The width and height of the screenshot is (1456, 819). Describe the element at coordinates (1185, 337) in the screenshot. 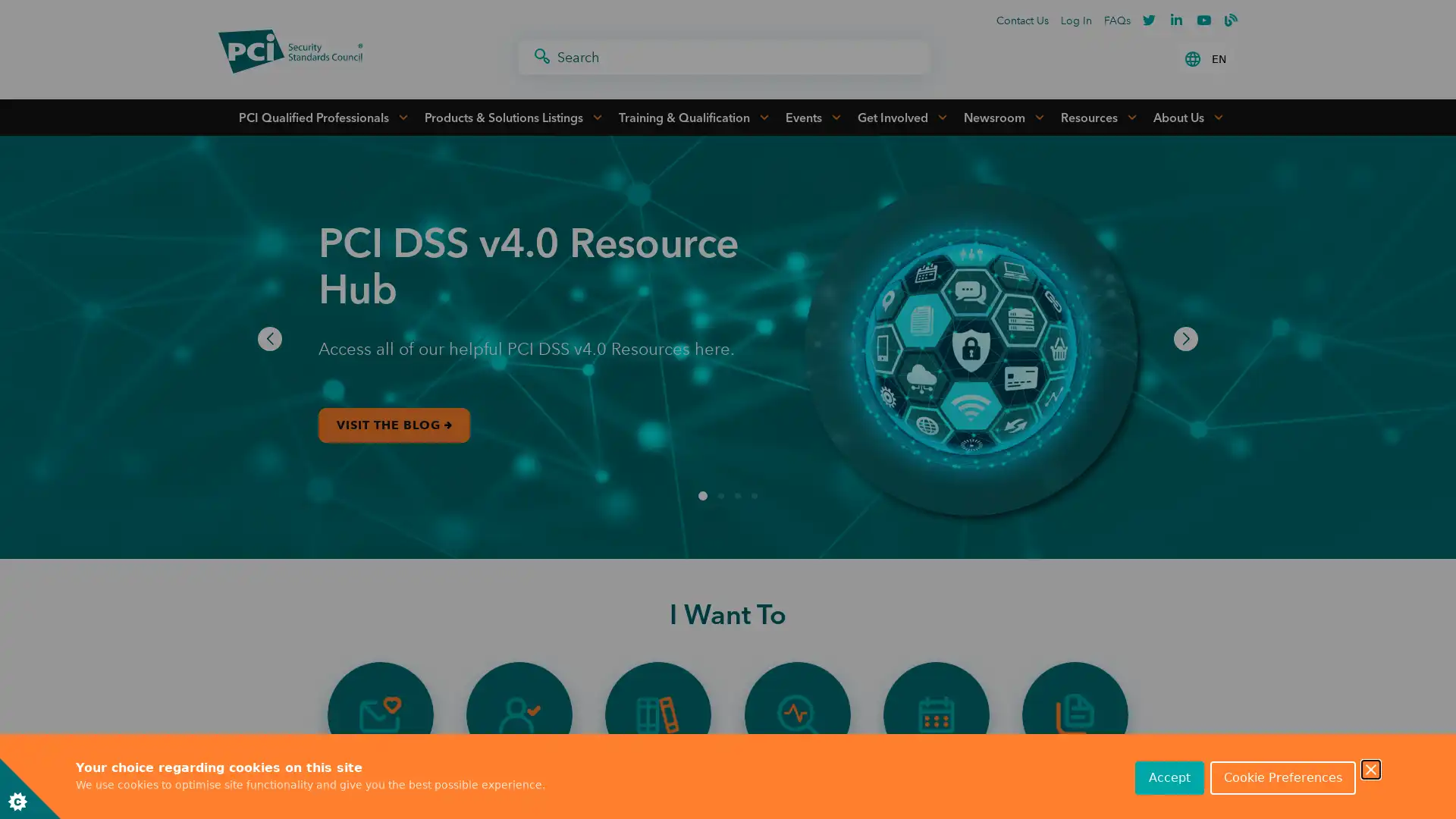

I see `Next slide` at that location.